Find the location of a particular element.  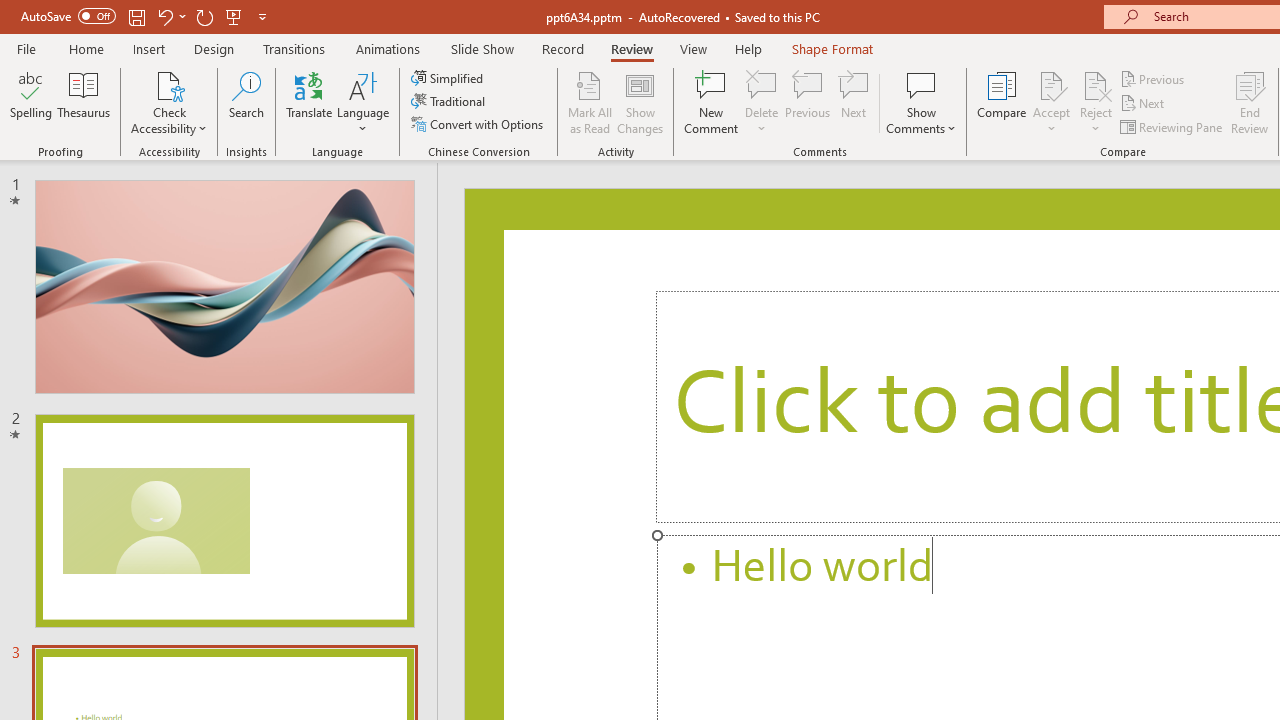

'Save' is located at coordinates (135, 16).